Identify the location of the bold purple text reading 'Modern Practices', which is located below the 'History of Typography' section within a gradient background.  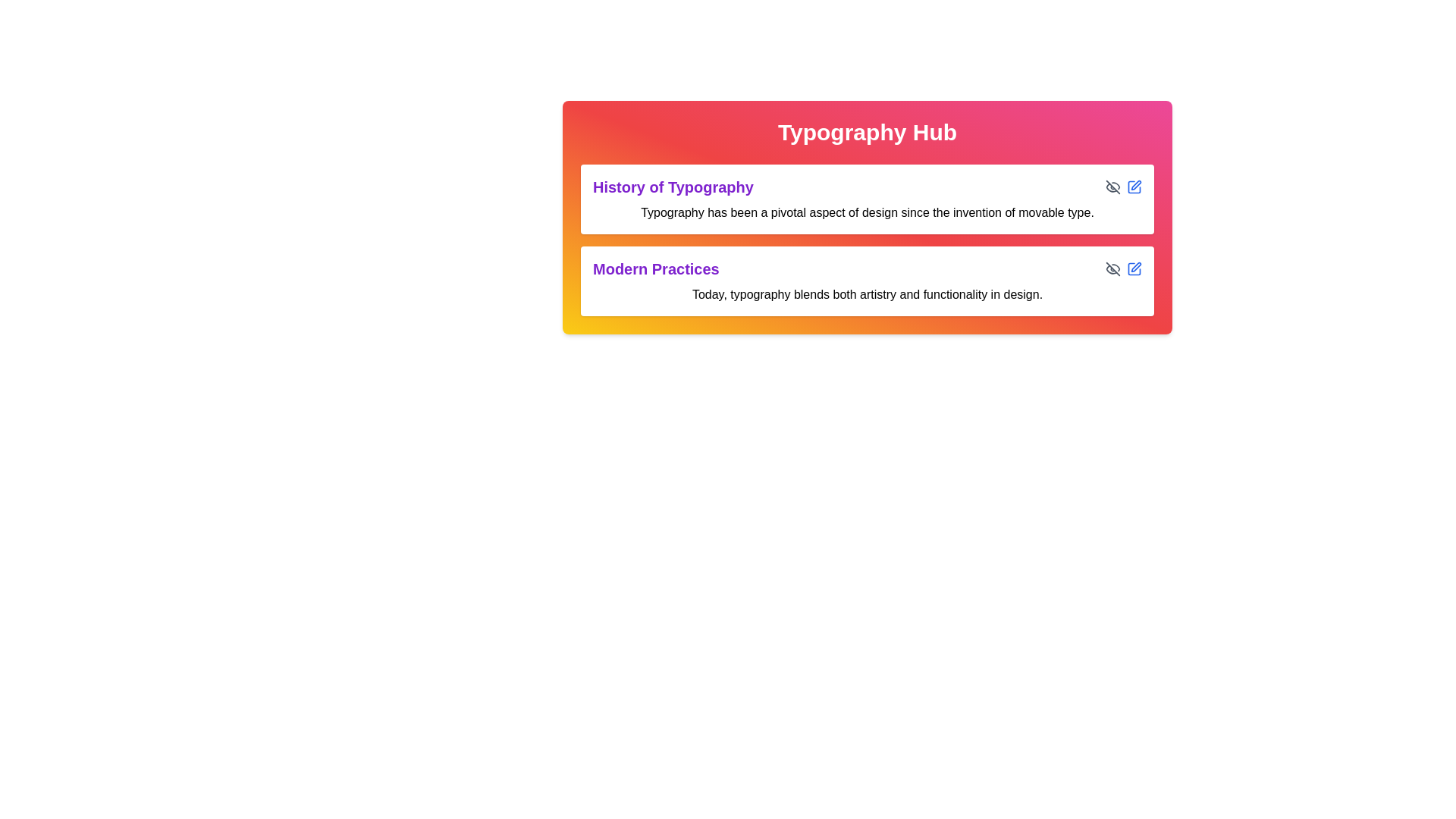
(656, 268).